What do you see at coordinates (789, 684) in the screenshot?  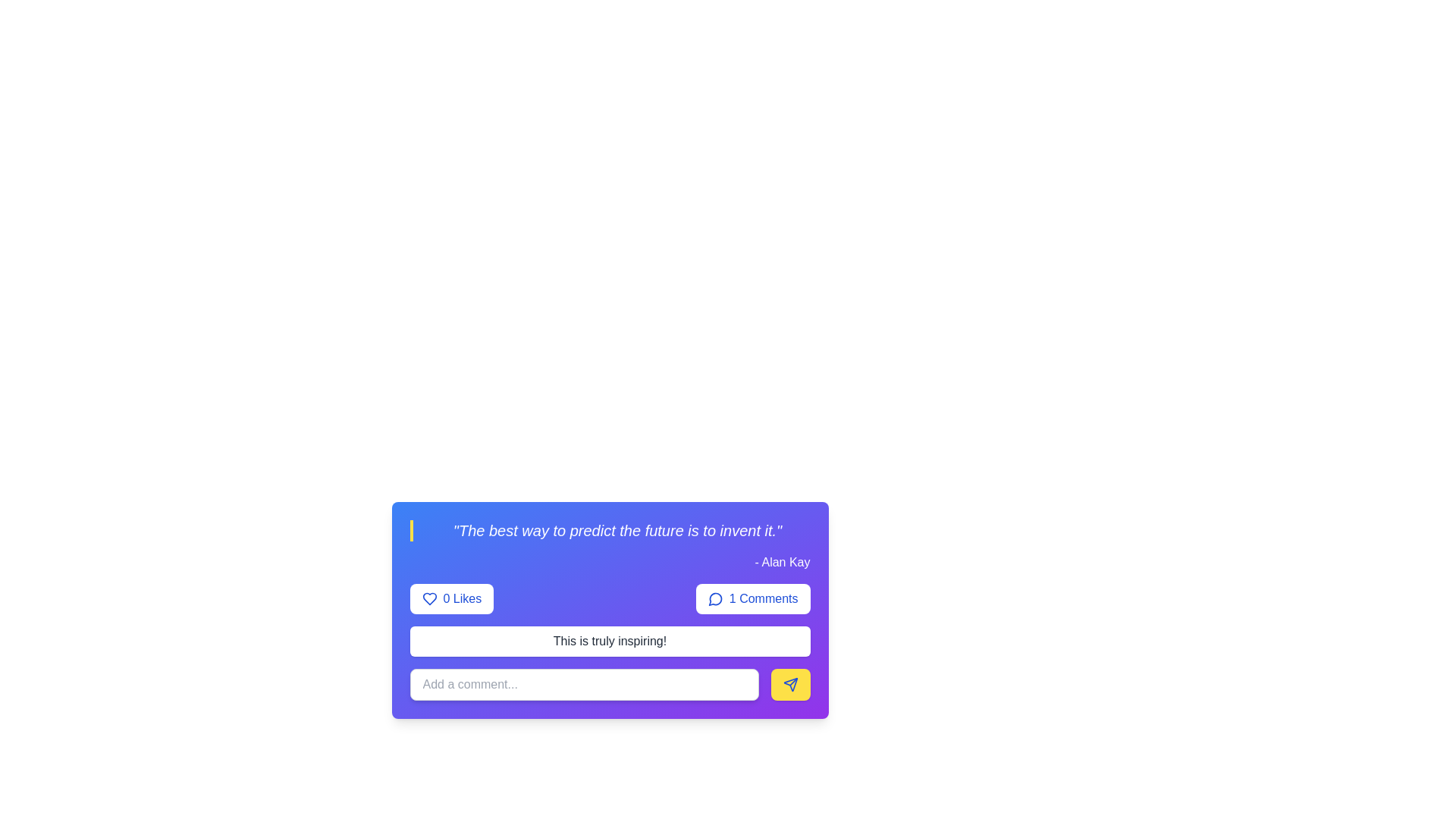 I see `the Icon button located in the bottom-right corner of the card interface to send a message` at bounding box center [789, 684].